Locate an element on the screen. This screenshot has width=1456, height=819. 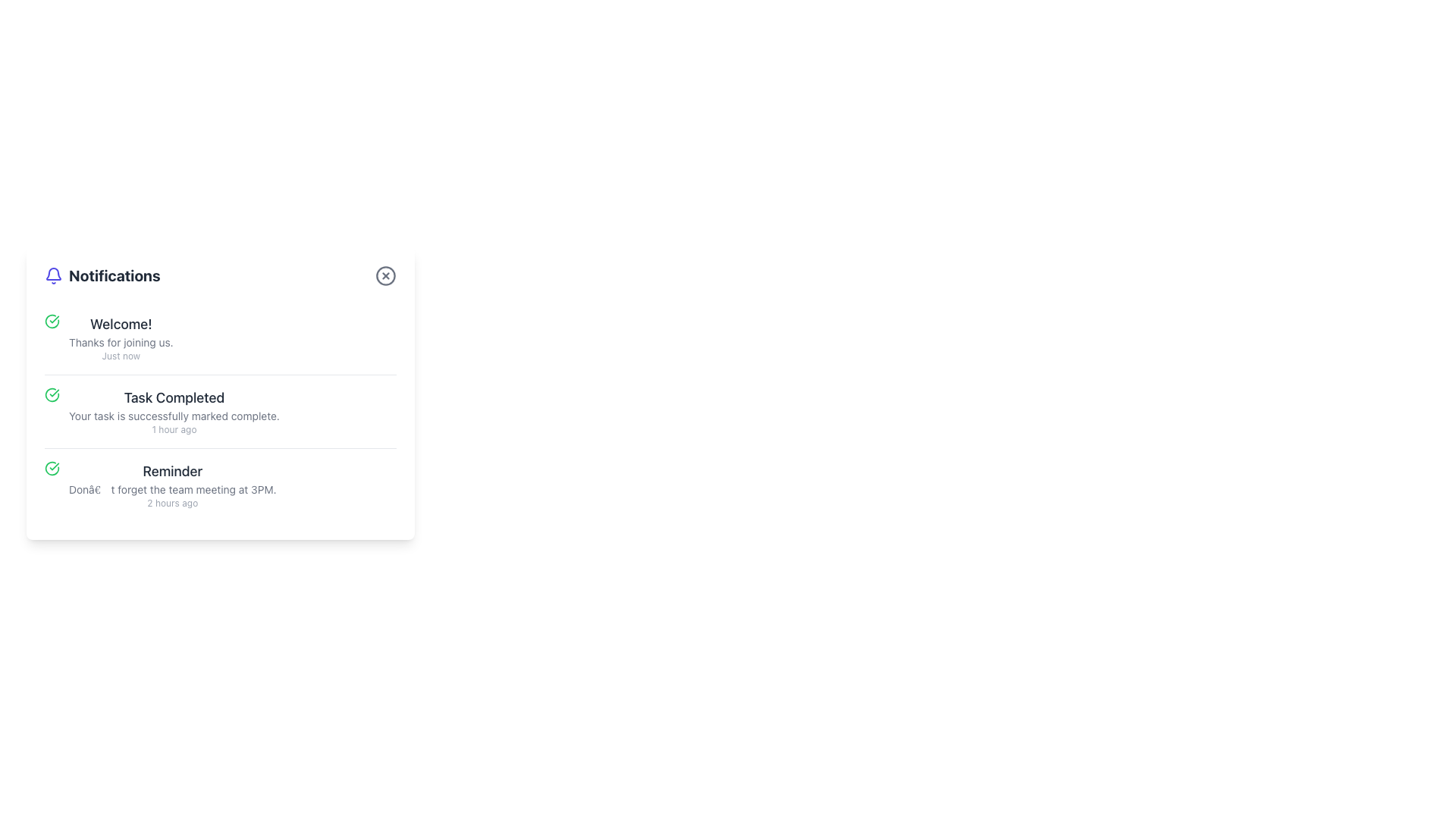
the Notification Card that indicates task completion, titled 'Task Completed', which is the second notification in the panel is located at coordinates (220, 393).